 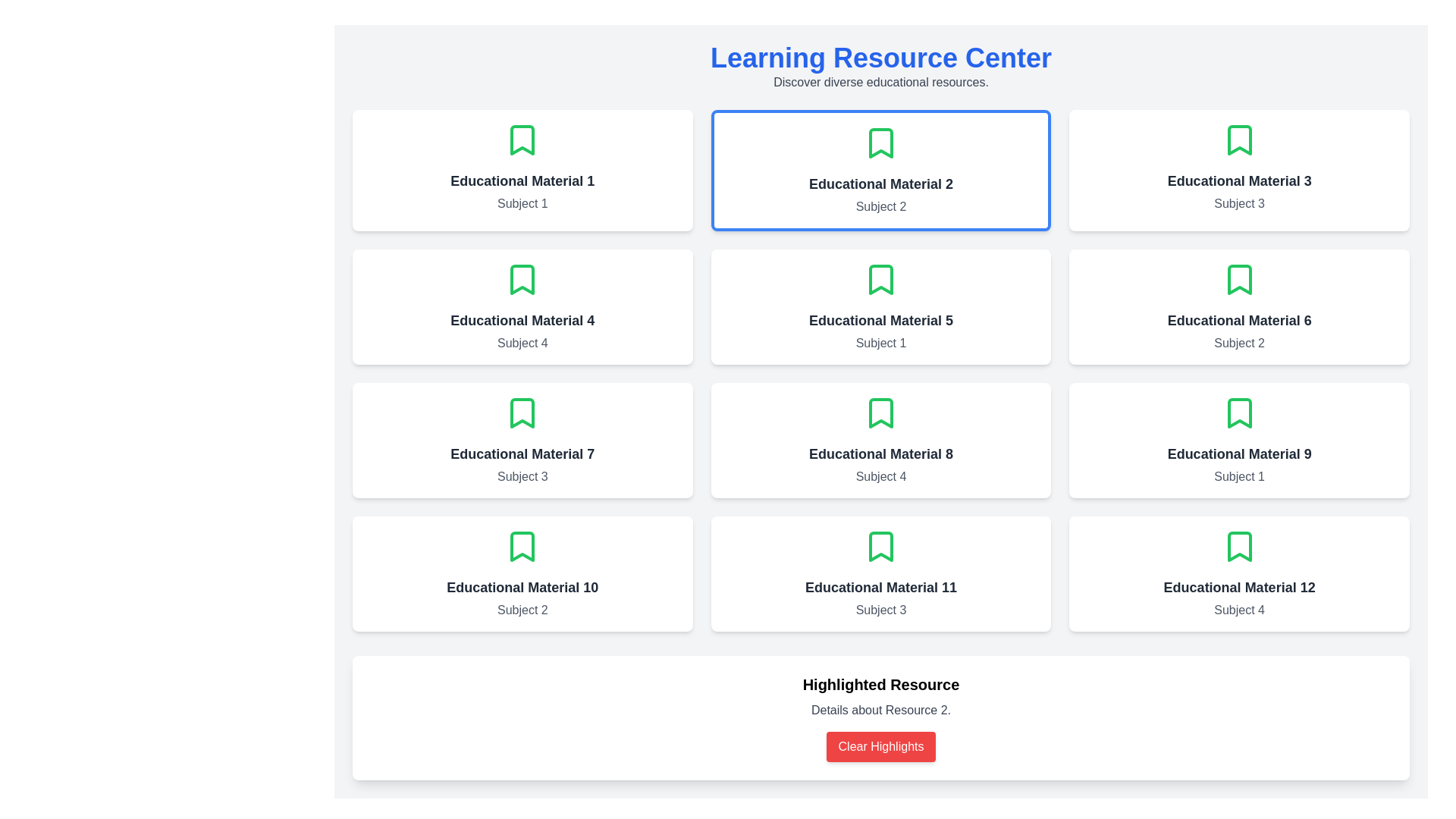 I want to click on the green bookmark icon located at the top-middle of the card labeled 'Educational Material 1' with the subtitle 'Subject 1', so click(x=522, y=140).